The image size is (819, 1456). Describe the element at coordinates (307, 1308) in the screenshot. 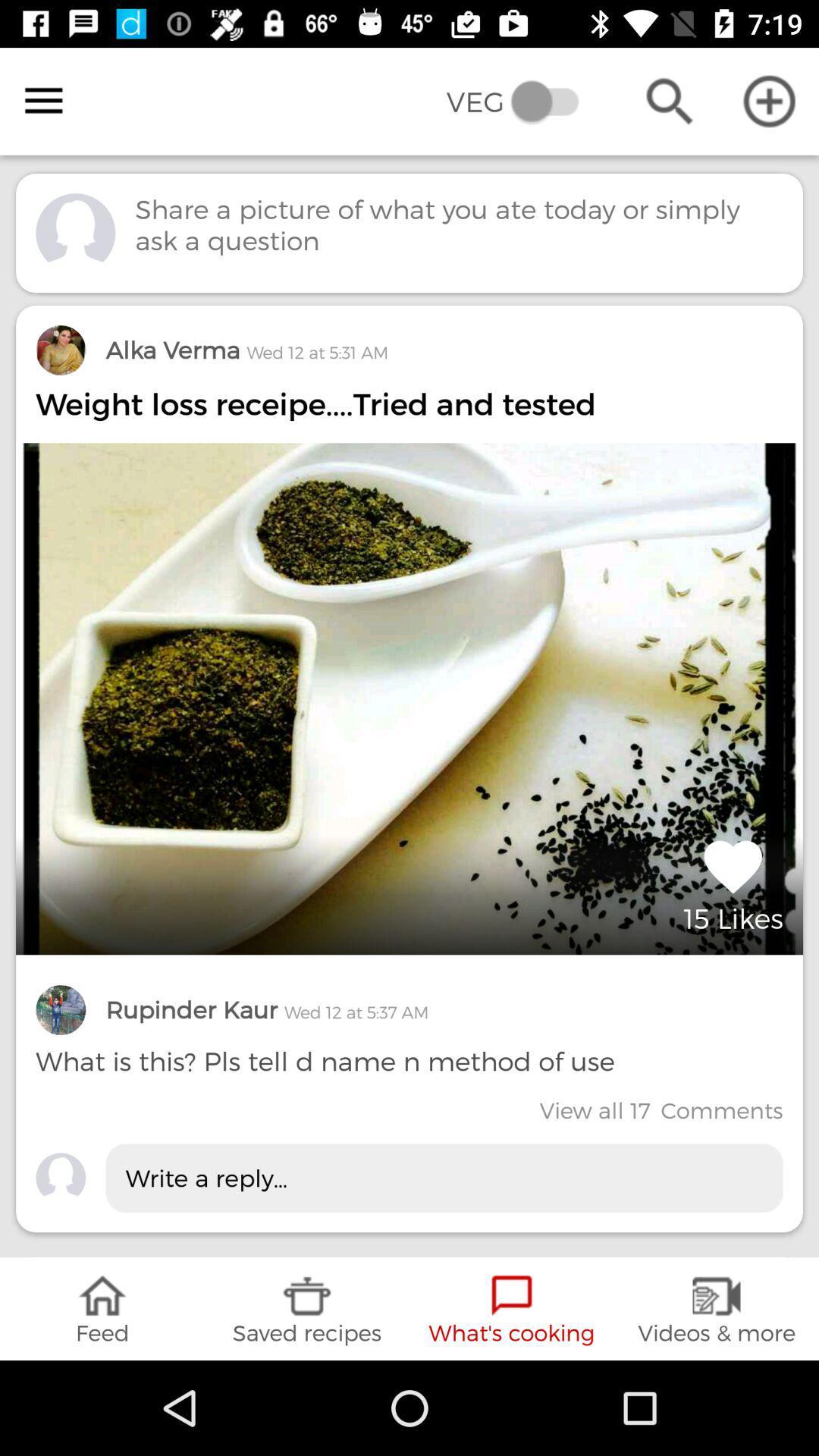

I see `icon below write a reply...` at that location.